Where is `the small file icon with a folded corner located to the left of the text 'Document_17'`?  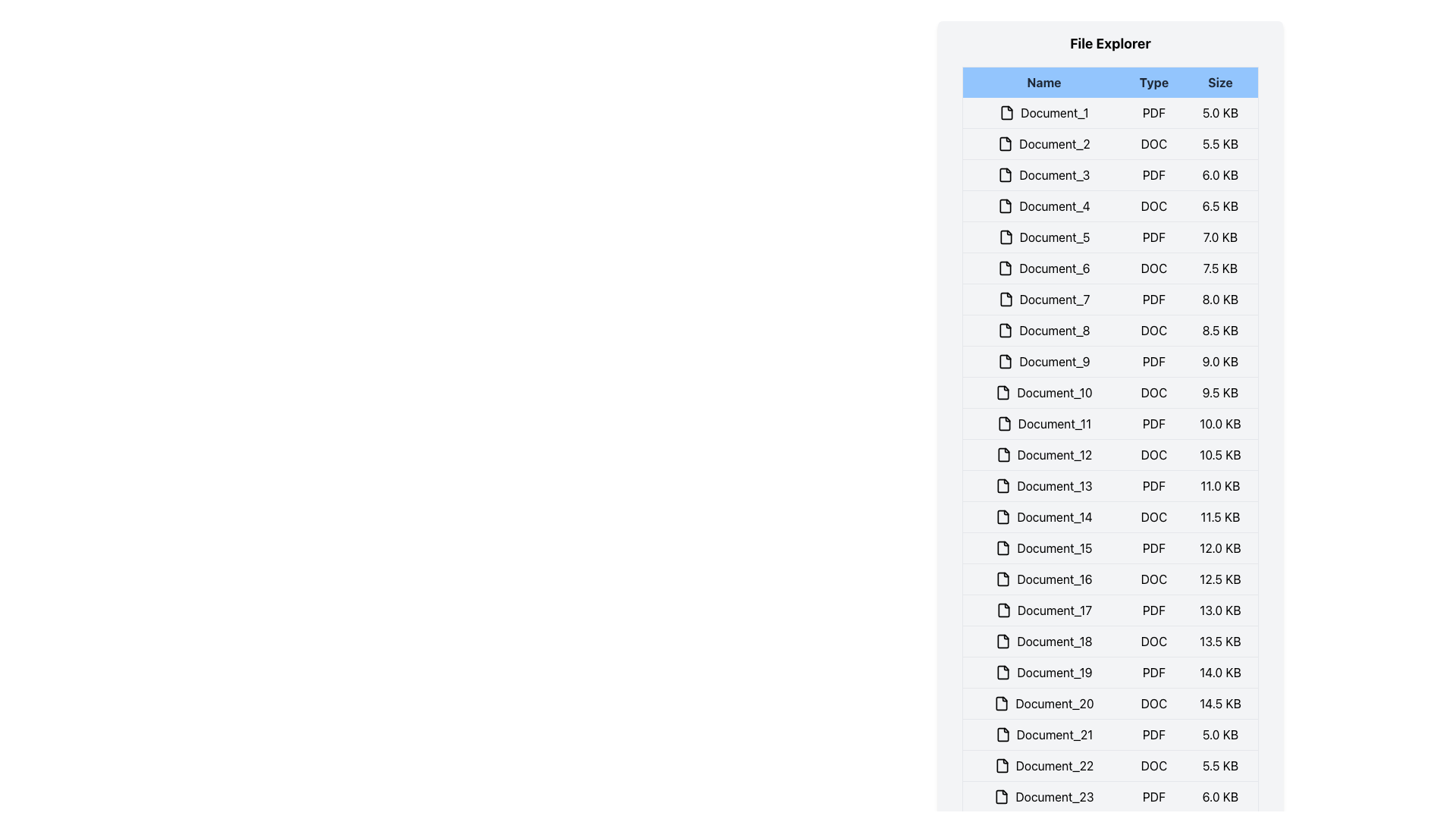
the small file icon with a folded corner located to the left of the text 'Document_17' is located at coordinates (1003, 610).